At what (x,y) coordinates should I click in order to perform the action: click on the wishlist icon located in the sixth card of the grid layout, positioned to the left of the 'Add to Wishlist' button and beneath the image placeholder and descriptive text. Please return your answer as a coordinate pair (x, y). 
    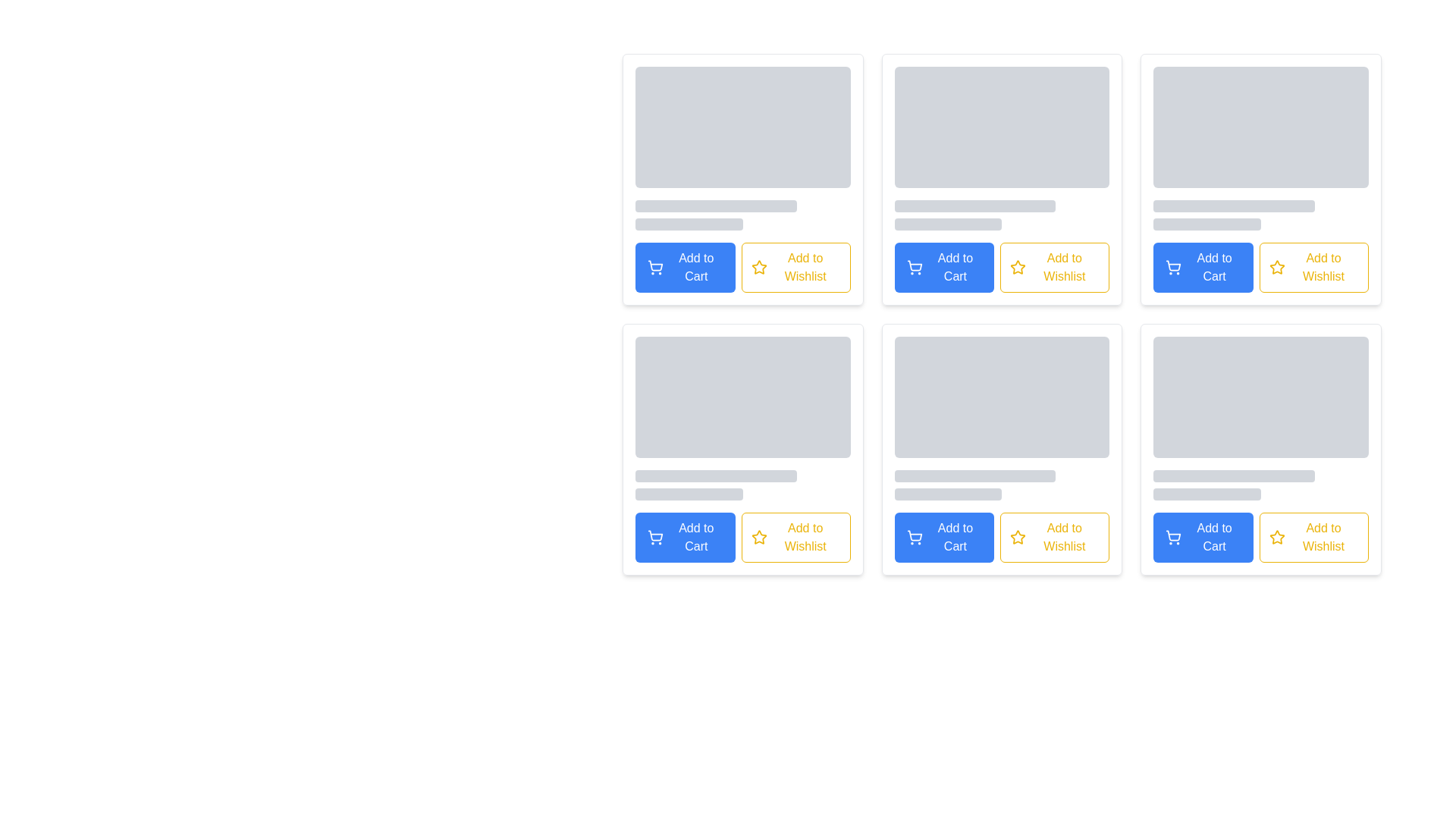
    Looking at the image, I should click on (1018, 536).